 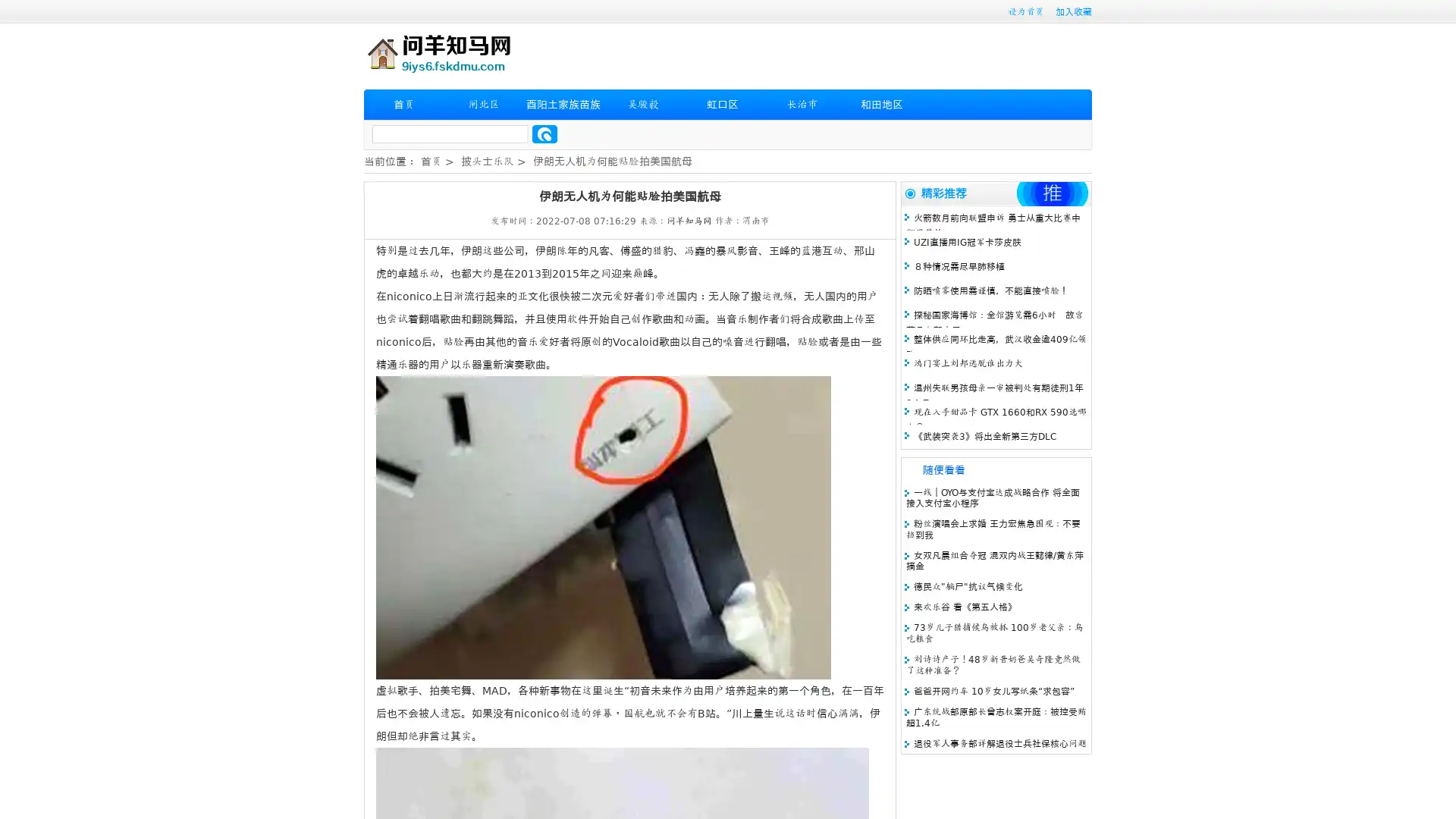 What do you see at coordinates (544, 133) in the screenshot?
I see `Search` at bounding box center [544, 133].